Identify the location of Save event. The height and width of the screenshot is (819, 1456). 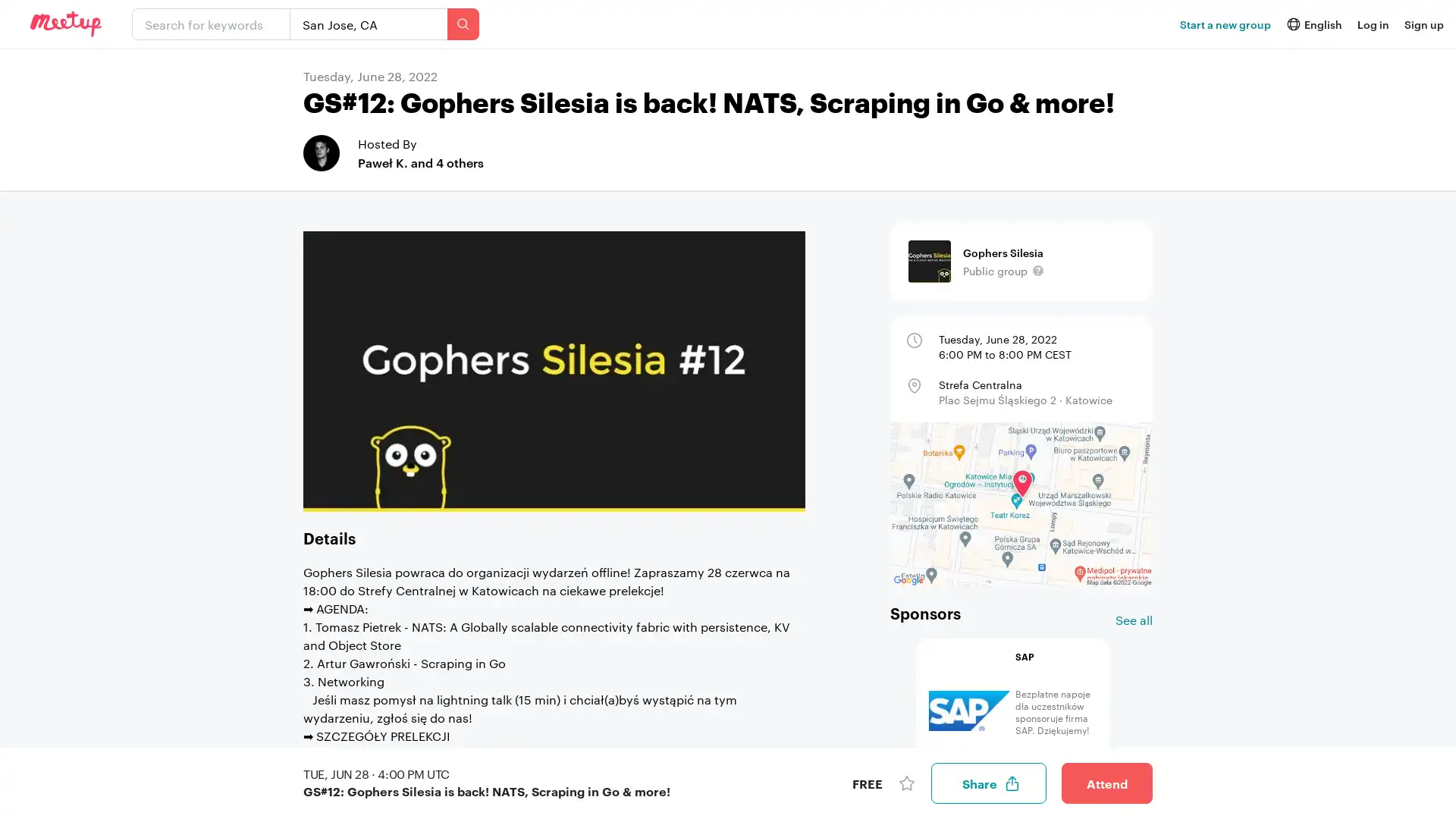
(906, 783).